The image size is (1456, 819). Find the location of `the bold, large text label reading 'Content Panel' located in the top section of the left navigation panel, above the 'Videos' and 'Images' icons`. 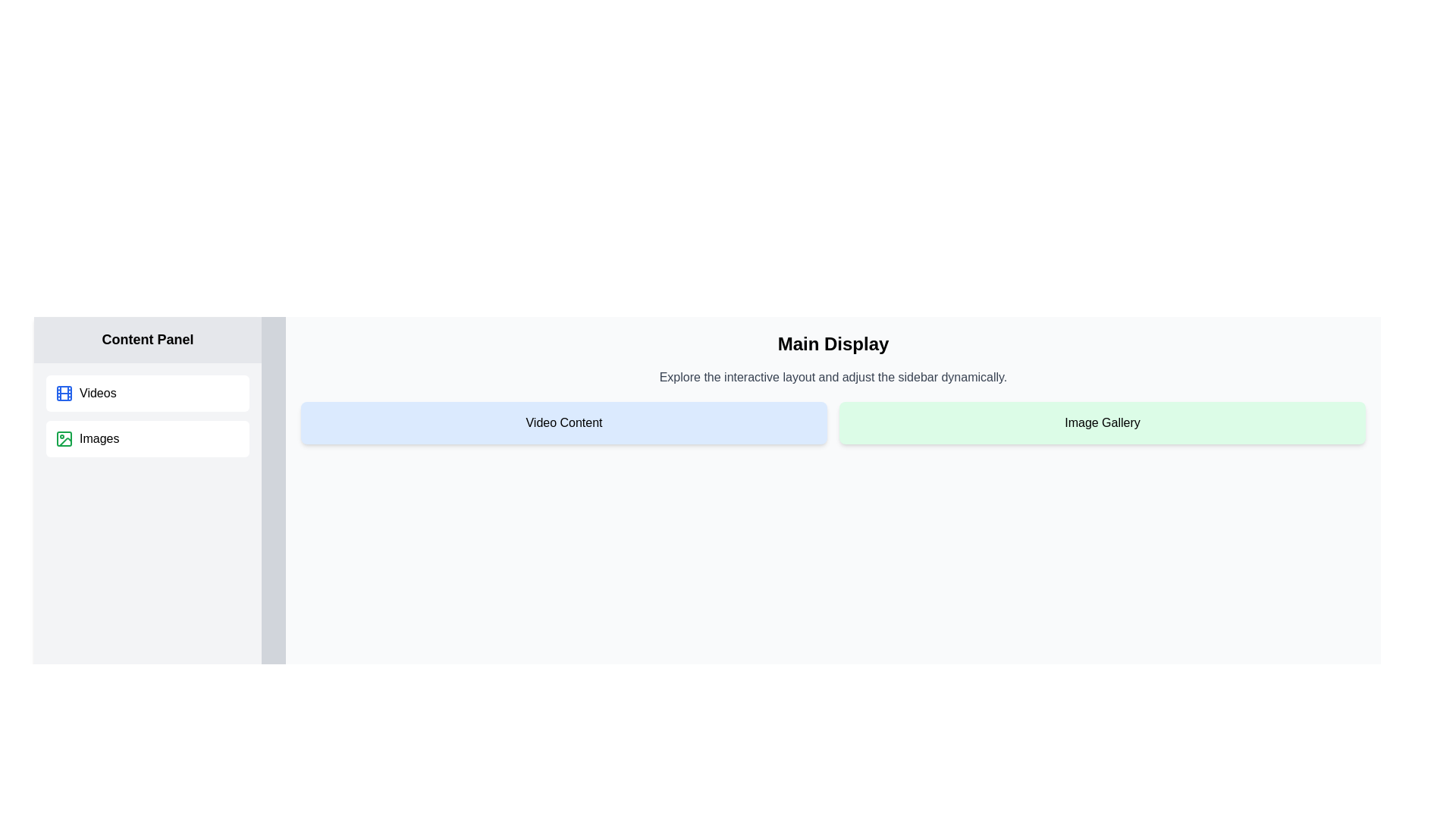

the bold, large text label reading 'Content Panel' located in the top section of the left navigation panel, above the 'Videos' and 'Images' icons is located at coordinates (148, 338).